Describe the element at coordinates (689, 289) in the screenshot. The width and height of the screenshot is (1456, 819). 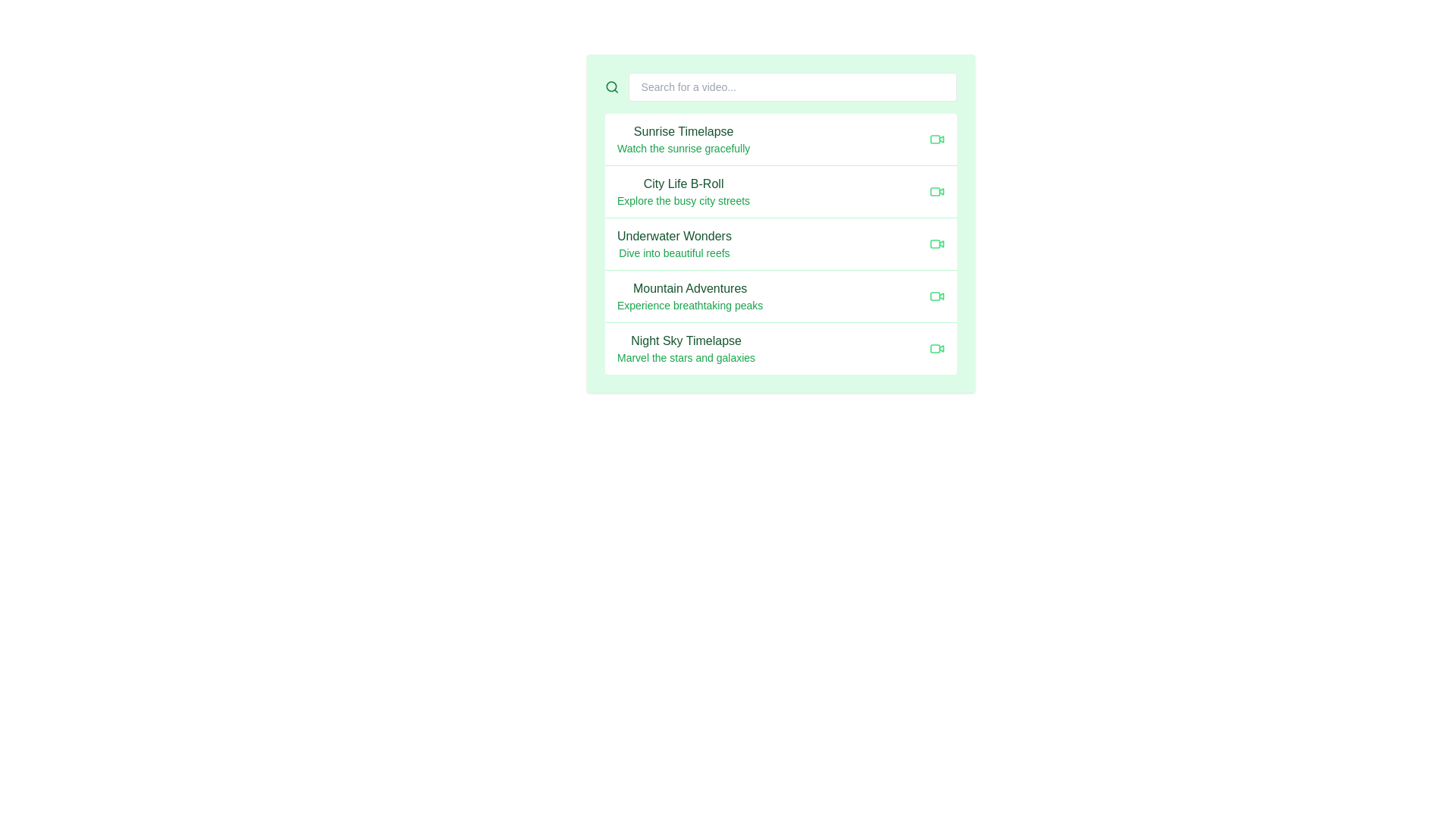
I see `the Text label that summarizes the list item, located under the third option and above the label 'Experience breathtaking peaks'` at that location.